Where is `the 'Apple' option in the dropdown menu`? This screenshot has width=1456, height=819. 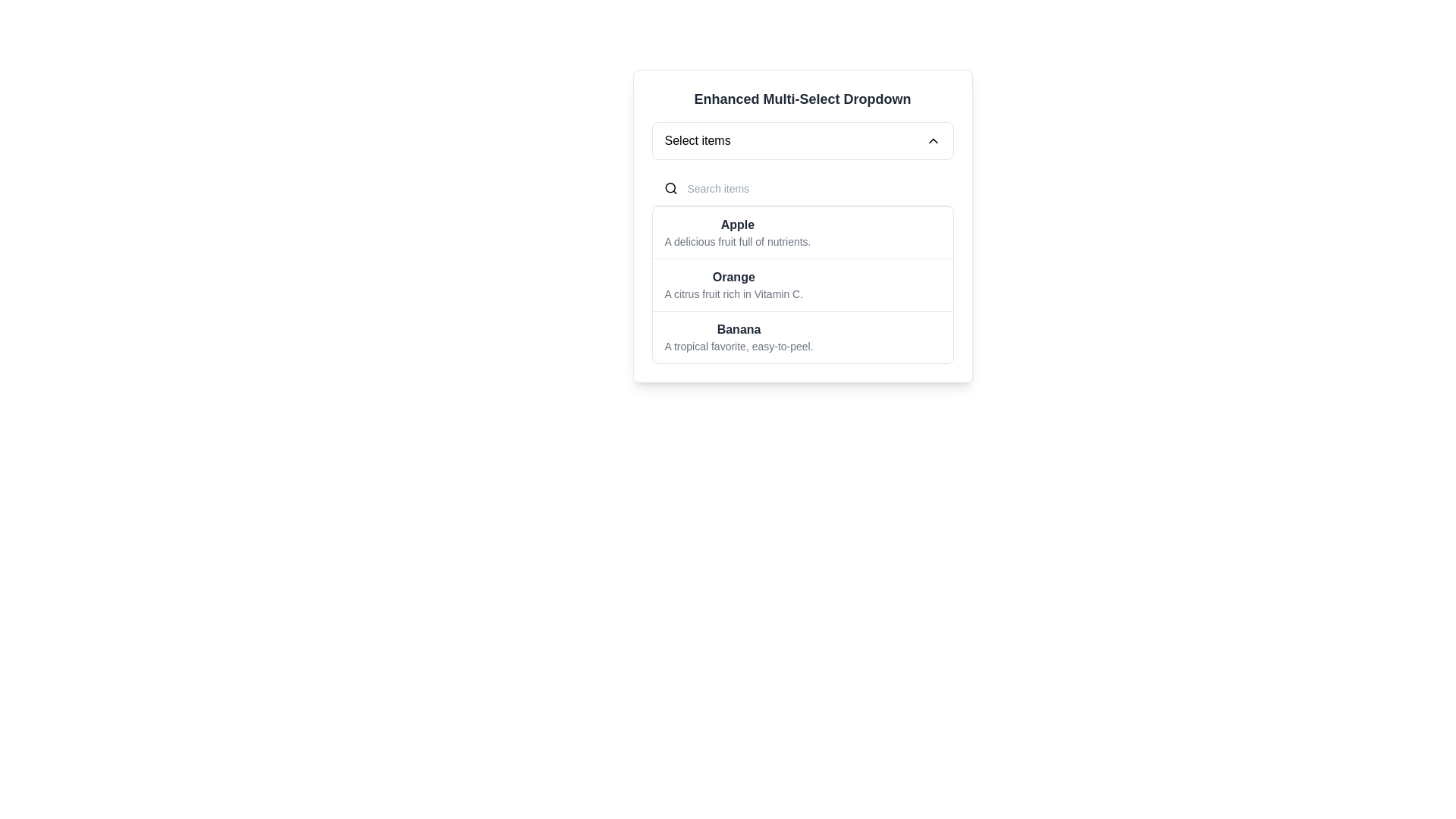 the 'Apple' option in the dropdown menu is located at coordinates (802, 233).